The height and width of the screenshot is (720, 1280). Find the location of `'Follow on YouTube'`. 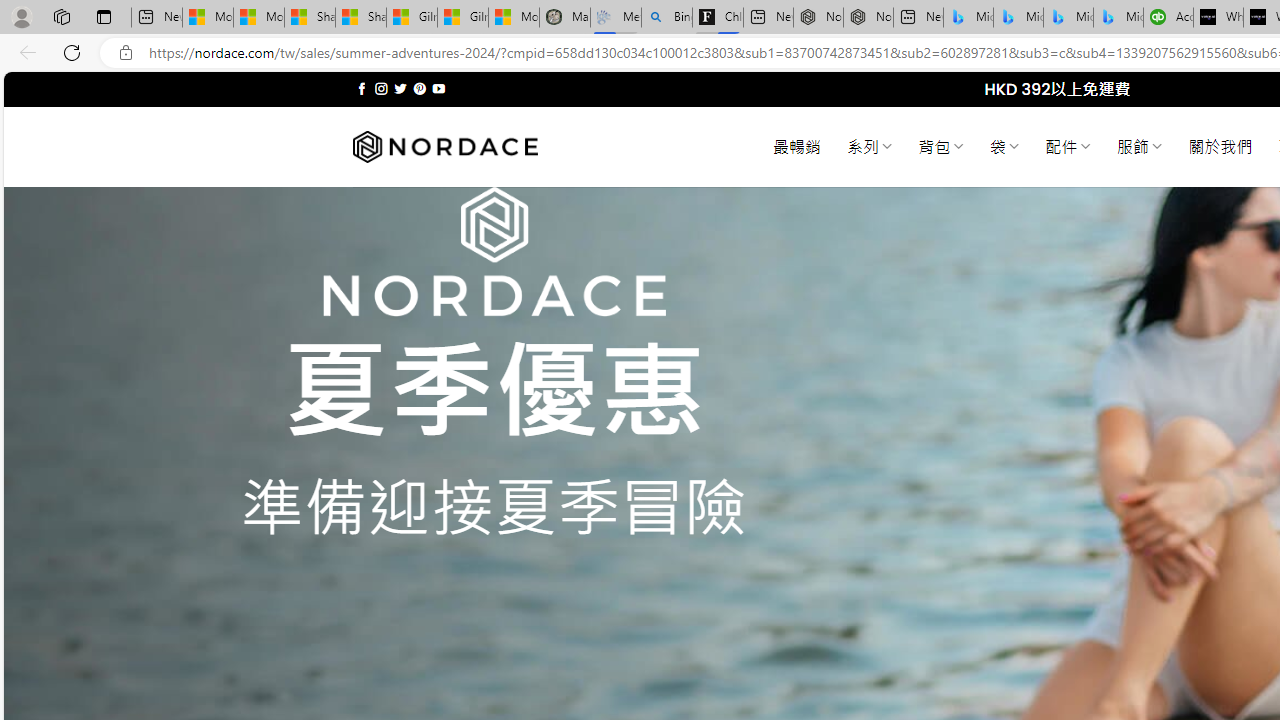

'Follow on YouTube' is located at coordinates (438, 88).